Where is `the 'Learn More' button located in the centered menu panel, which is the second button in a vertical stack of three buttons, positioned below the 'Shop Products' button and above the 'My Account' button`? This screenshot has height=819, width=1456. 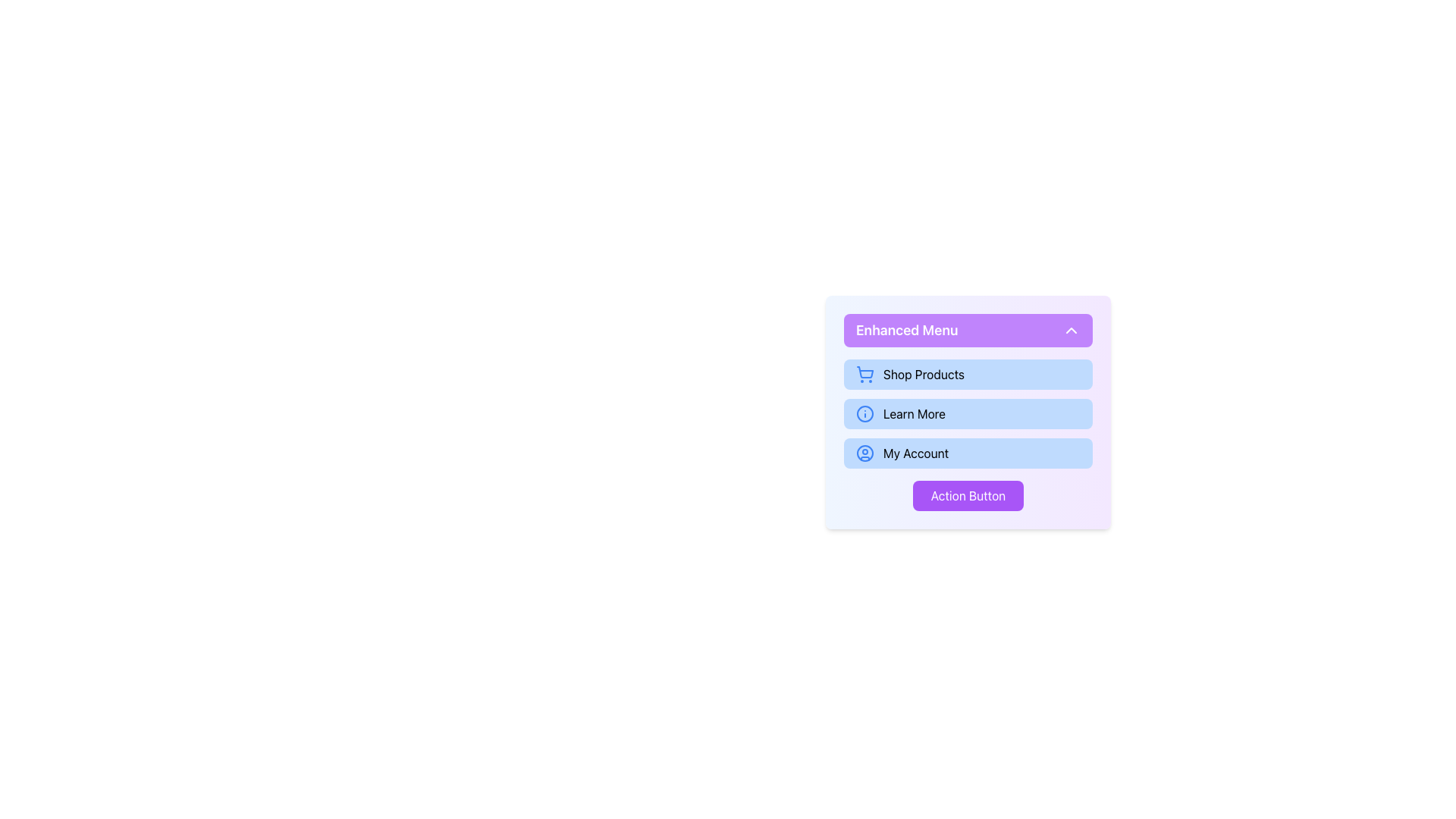
the 'Learn More' button located in the centered menu panel, which is the second button in a vertical stack of three buttons, positioned below the 'Shop Products' button and above the 'My Account' button is located at coordinates (967, 420).